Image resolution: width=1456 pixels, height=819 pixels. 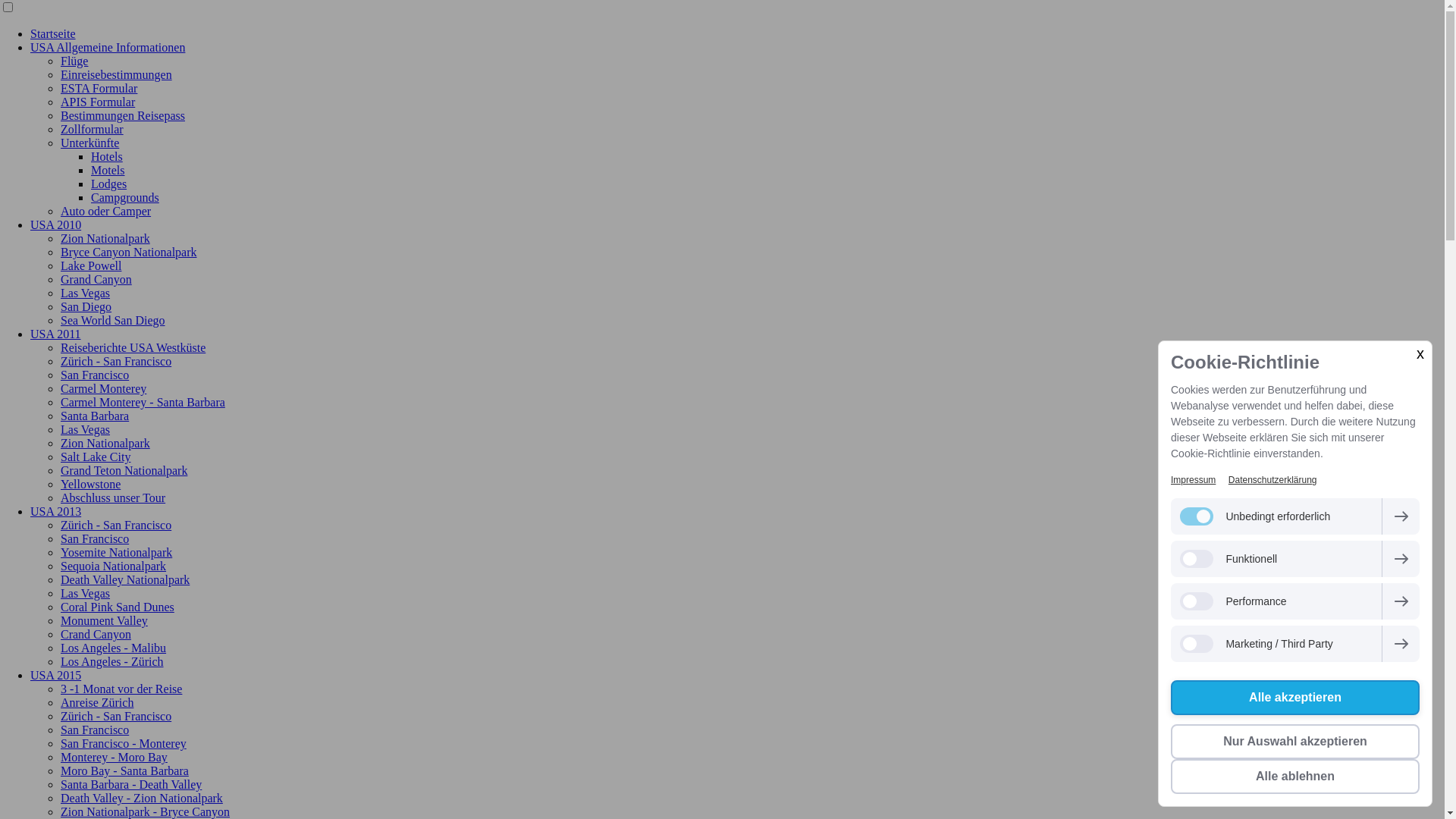 What do you see at coordinates (61, 742) in the screenshot?
I see `'San Francisco - Monterey'` at bounding box center [61, 742].